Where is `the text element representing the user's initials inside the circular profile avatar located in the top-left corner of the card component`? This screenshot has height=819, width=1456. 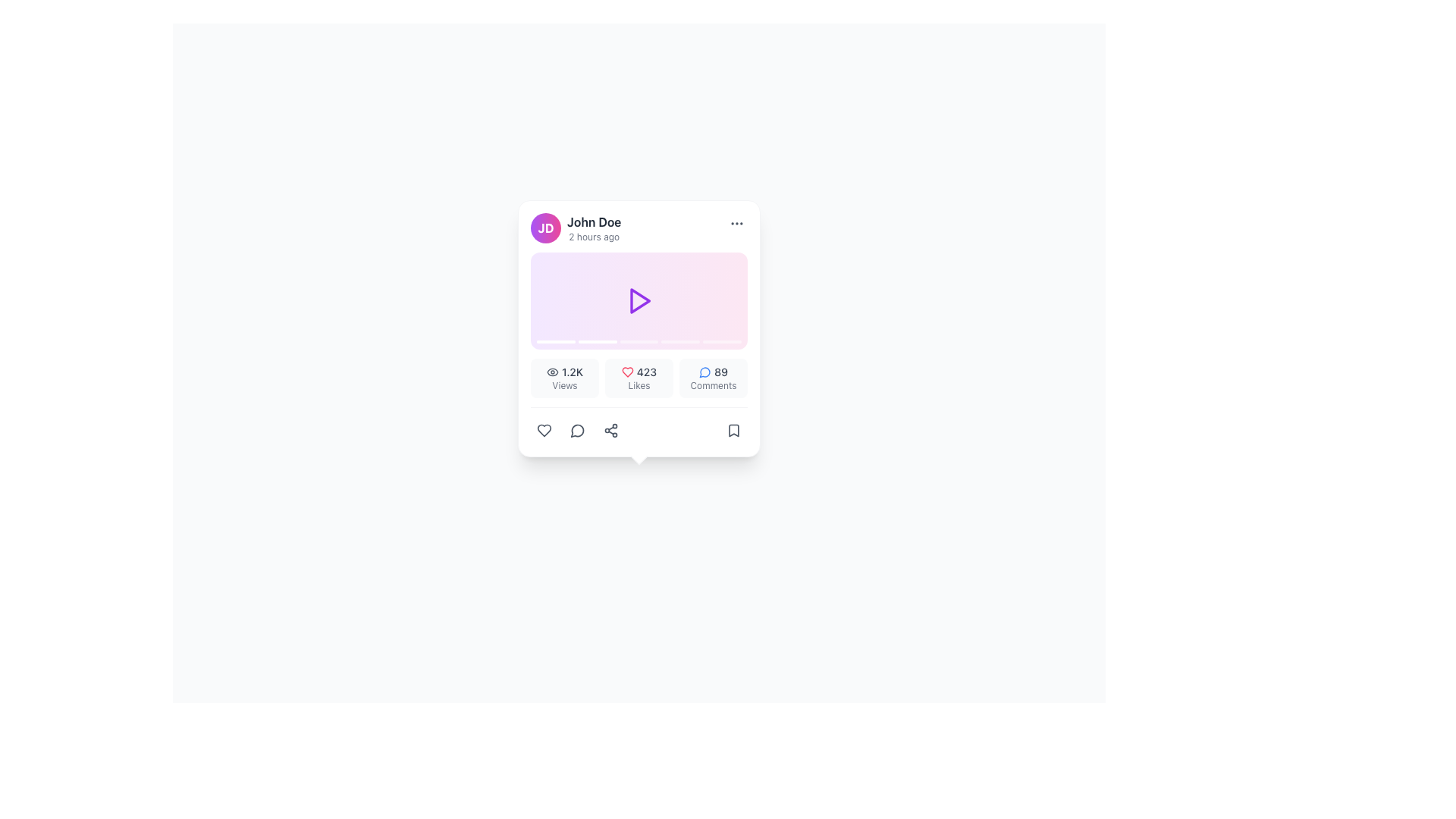 the text element representing the user's initials inside the circular profile avatar located in the top-left corner of the card component is located at coordinates (546, 227).